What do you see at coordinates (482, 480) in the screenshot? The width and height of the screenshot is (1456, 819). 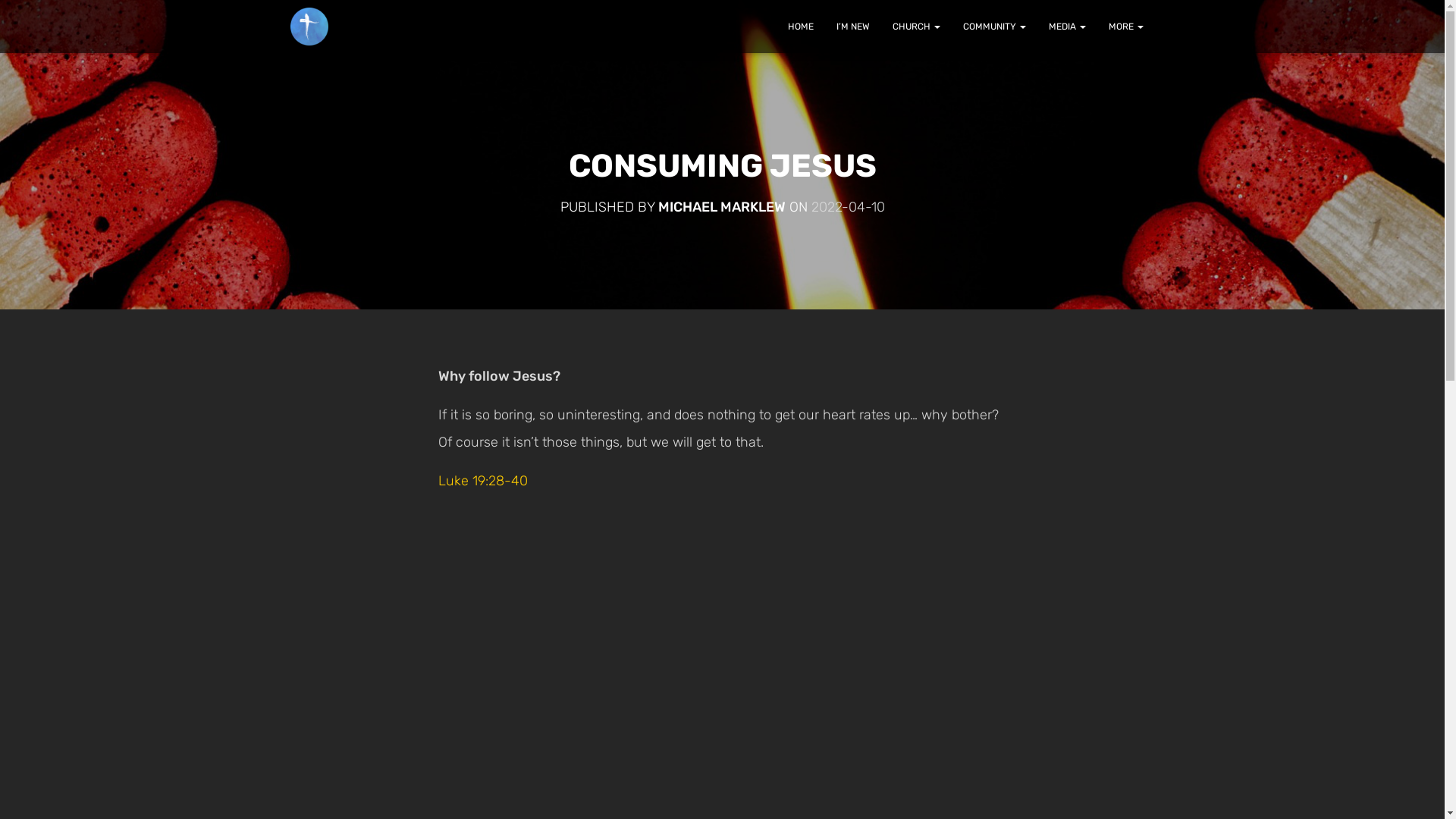 I see `'Luke 19:28-40'` at bounding box center [482, 480].